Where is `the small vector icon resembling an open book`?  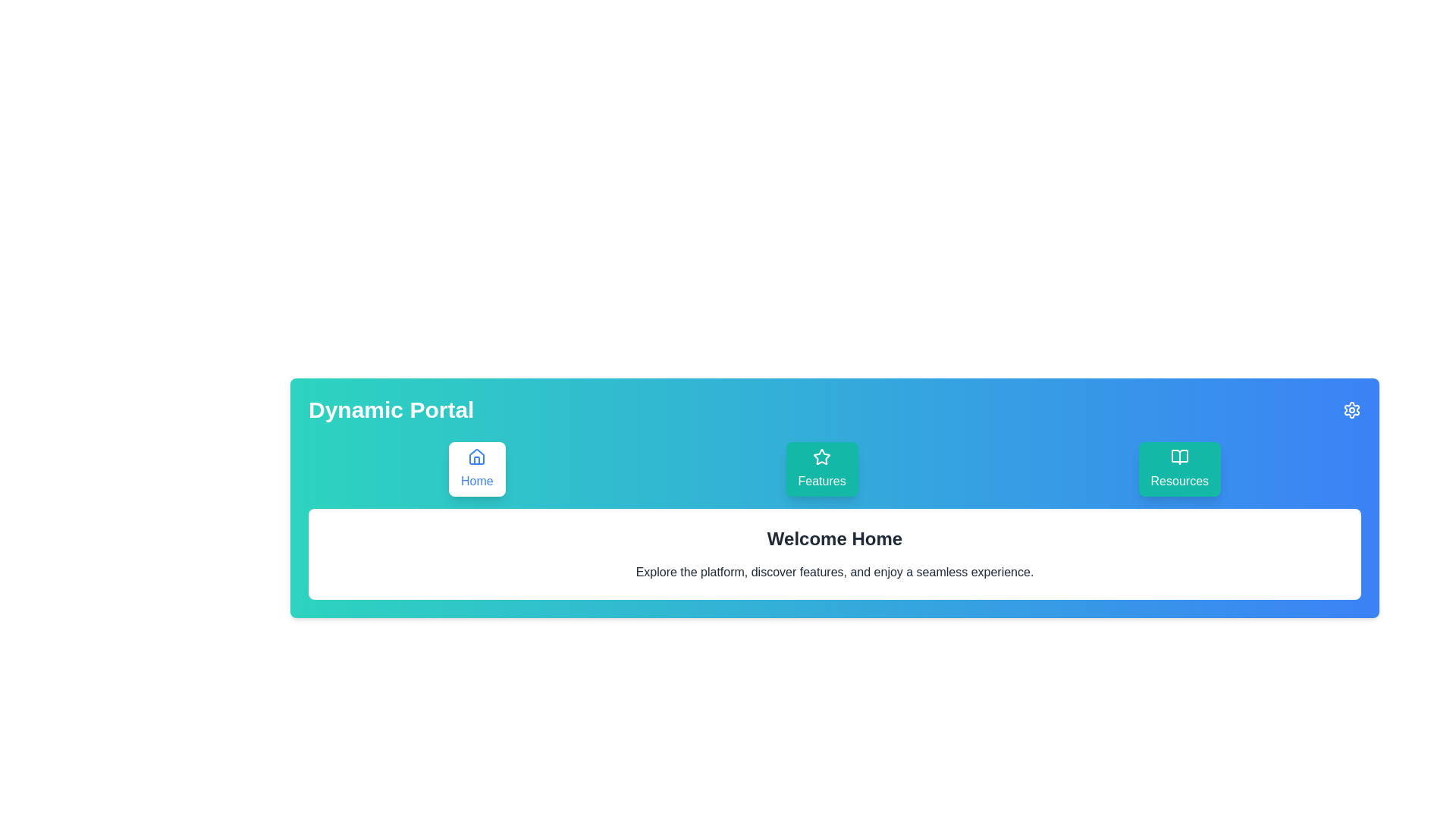
the small vector icon resembling an open book is located at coordinates (1178, 456).